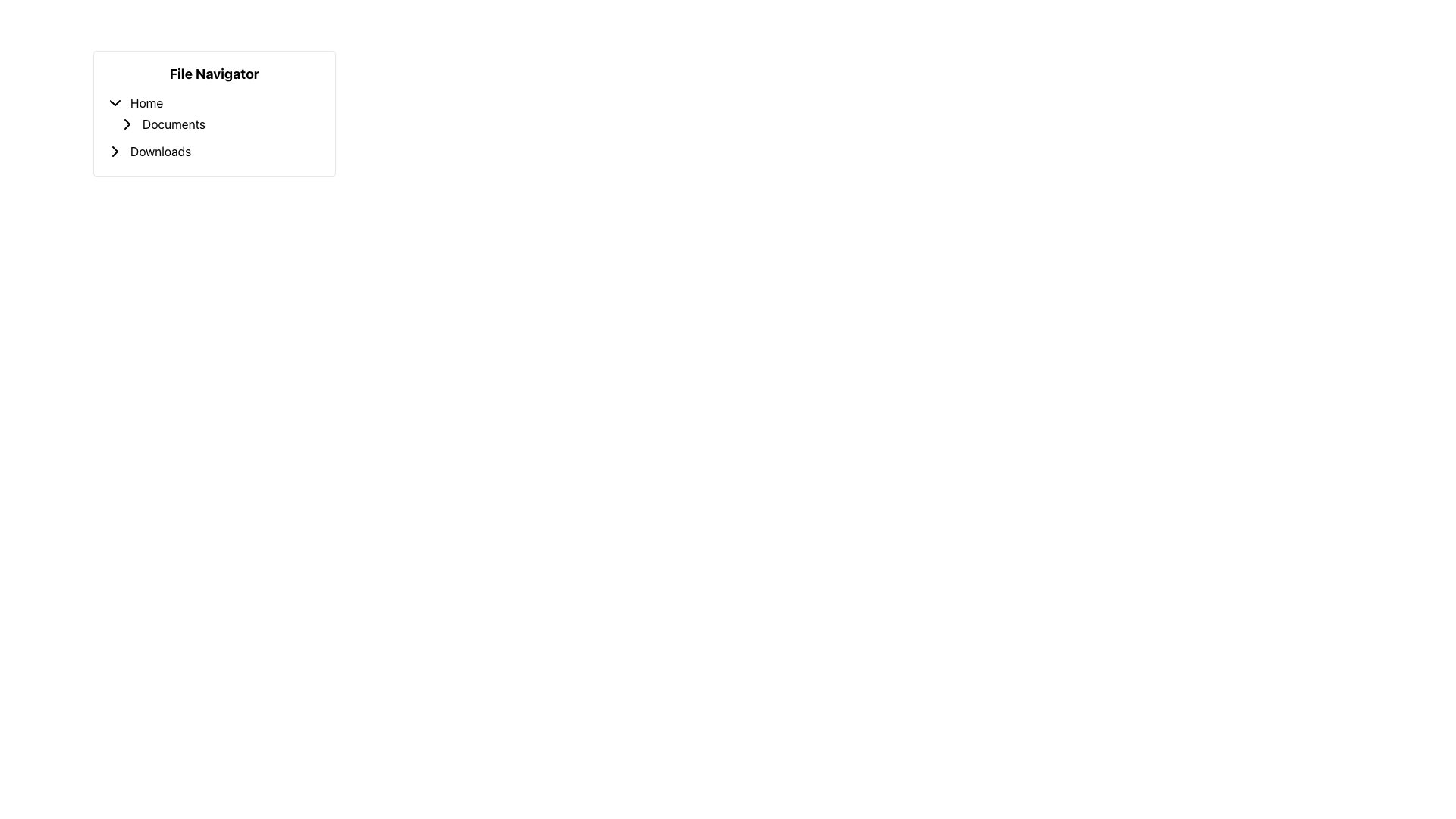 Image resolution: width=1456 pixels, height=819 pixels. Describe the element at coordinates (214, 152) in the screenshot. I see `the third menu item in the file navigation interface` at that location.